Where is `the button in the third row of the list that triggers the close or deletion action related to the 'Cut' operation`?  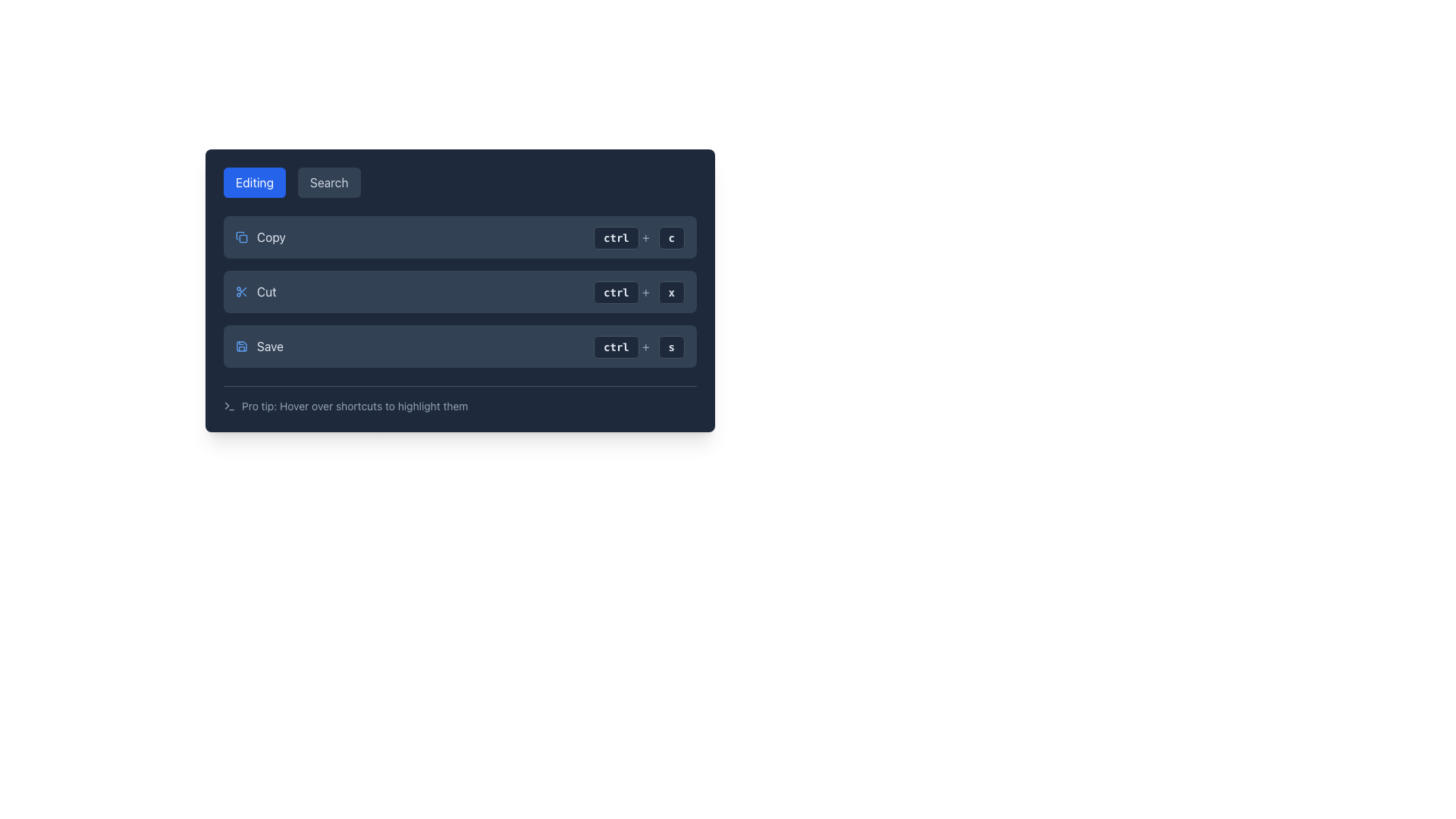
the button in the third row of the list that triggers the close or deletion action related to the 'Cut' operation is located at coordinates (670, 292).